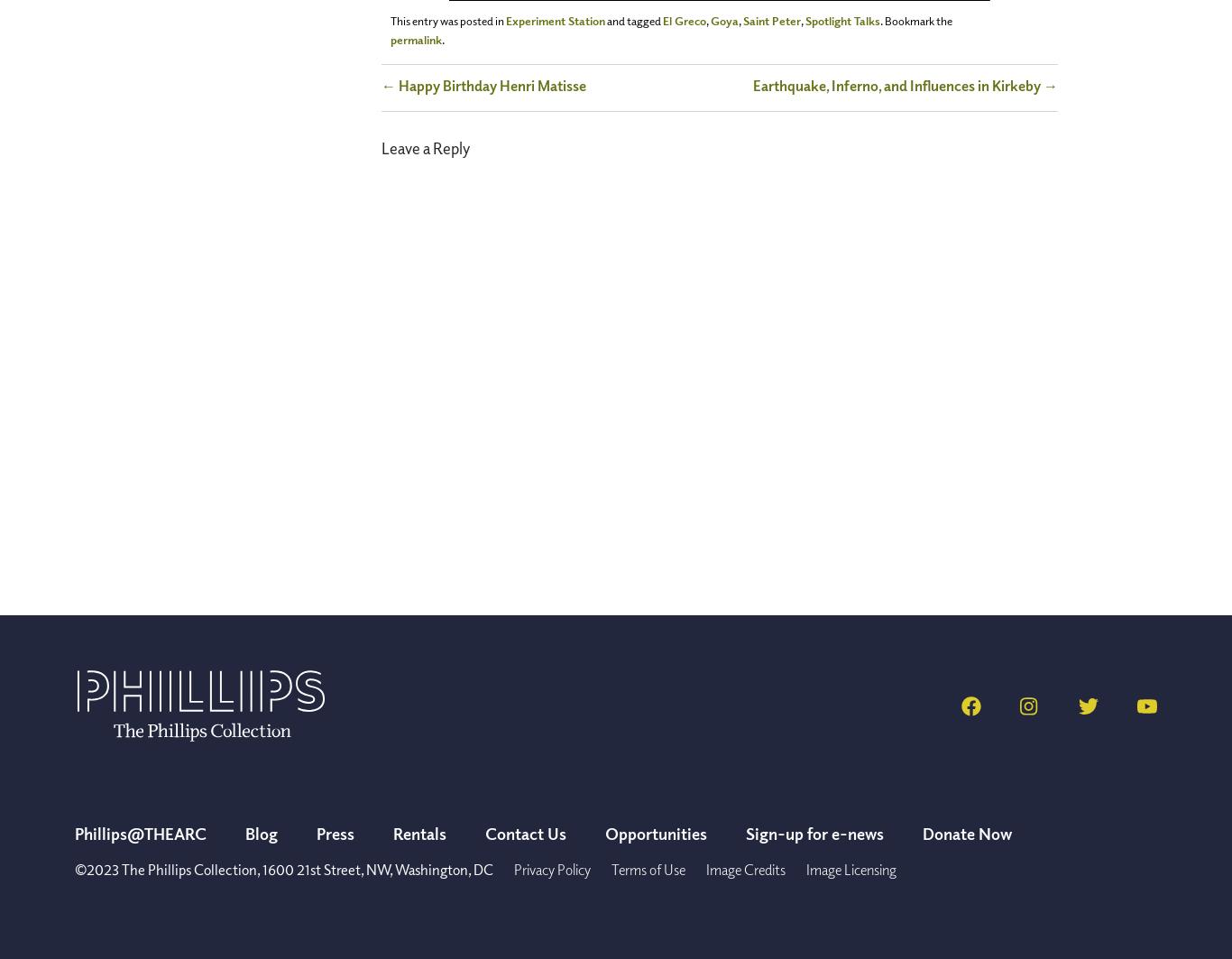 Image resolution: width=1232 pixels, height=959 pixels. Describe the element at coordinates (430, 84) in the screenshot. I see `'Post navigation'` at that location.